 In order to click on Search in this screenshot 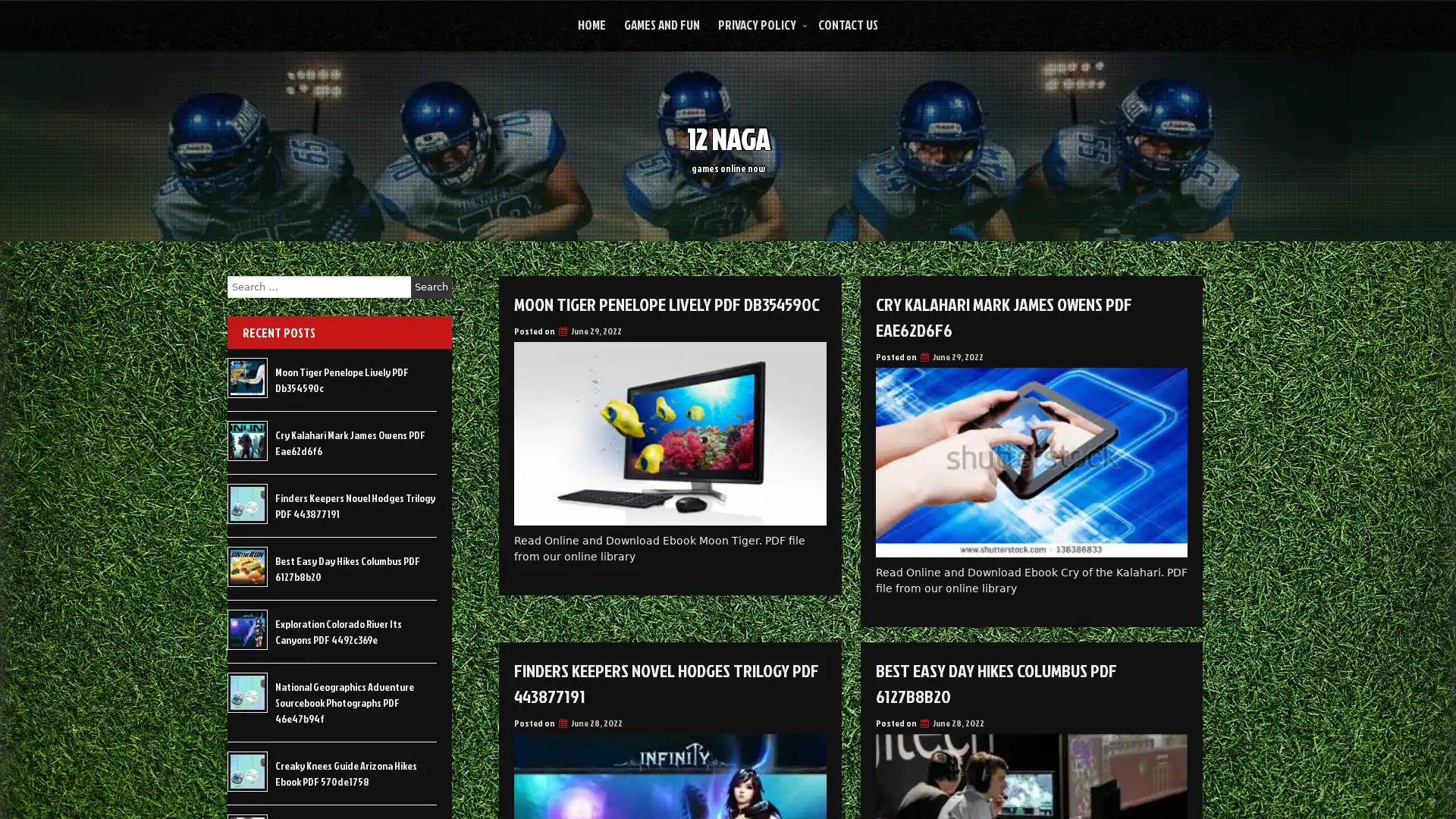, I will do `click(431, 287)`.